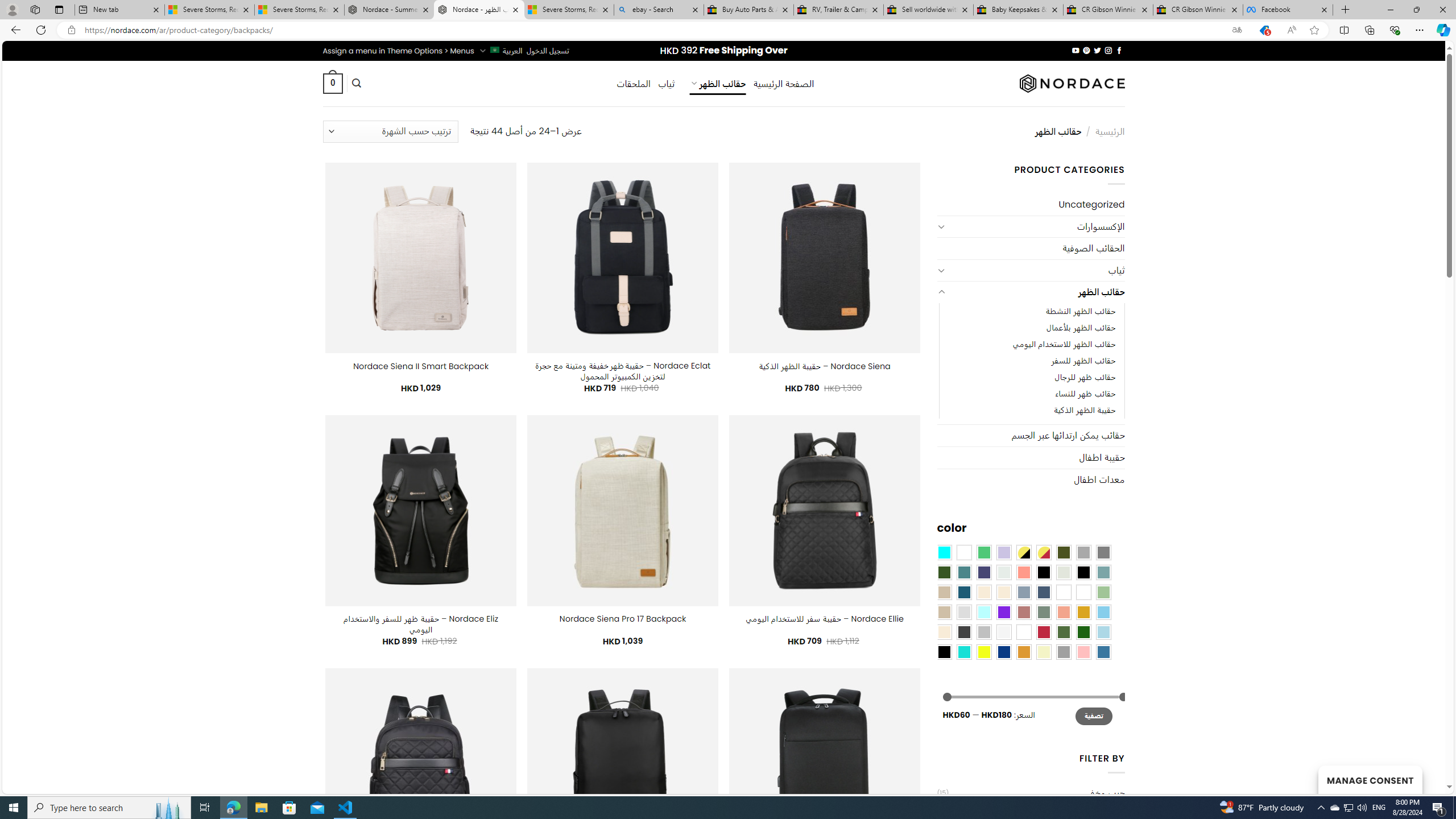  Describe the element at coordinates (1236, 30) in the screenshot. I see `'Show translate options'` at that location.